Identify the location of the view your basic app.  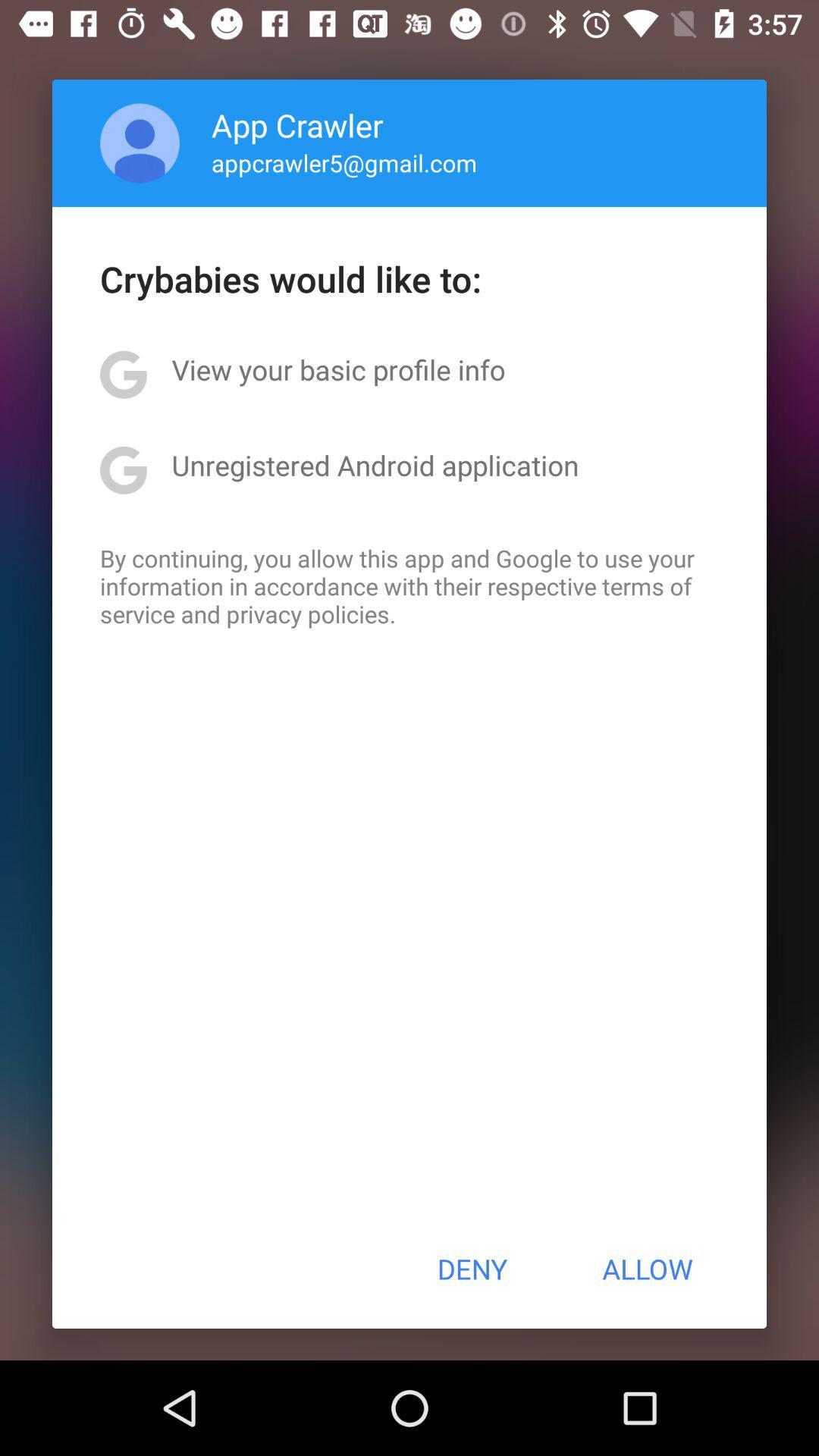
(337, 369).